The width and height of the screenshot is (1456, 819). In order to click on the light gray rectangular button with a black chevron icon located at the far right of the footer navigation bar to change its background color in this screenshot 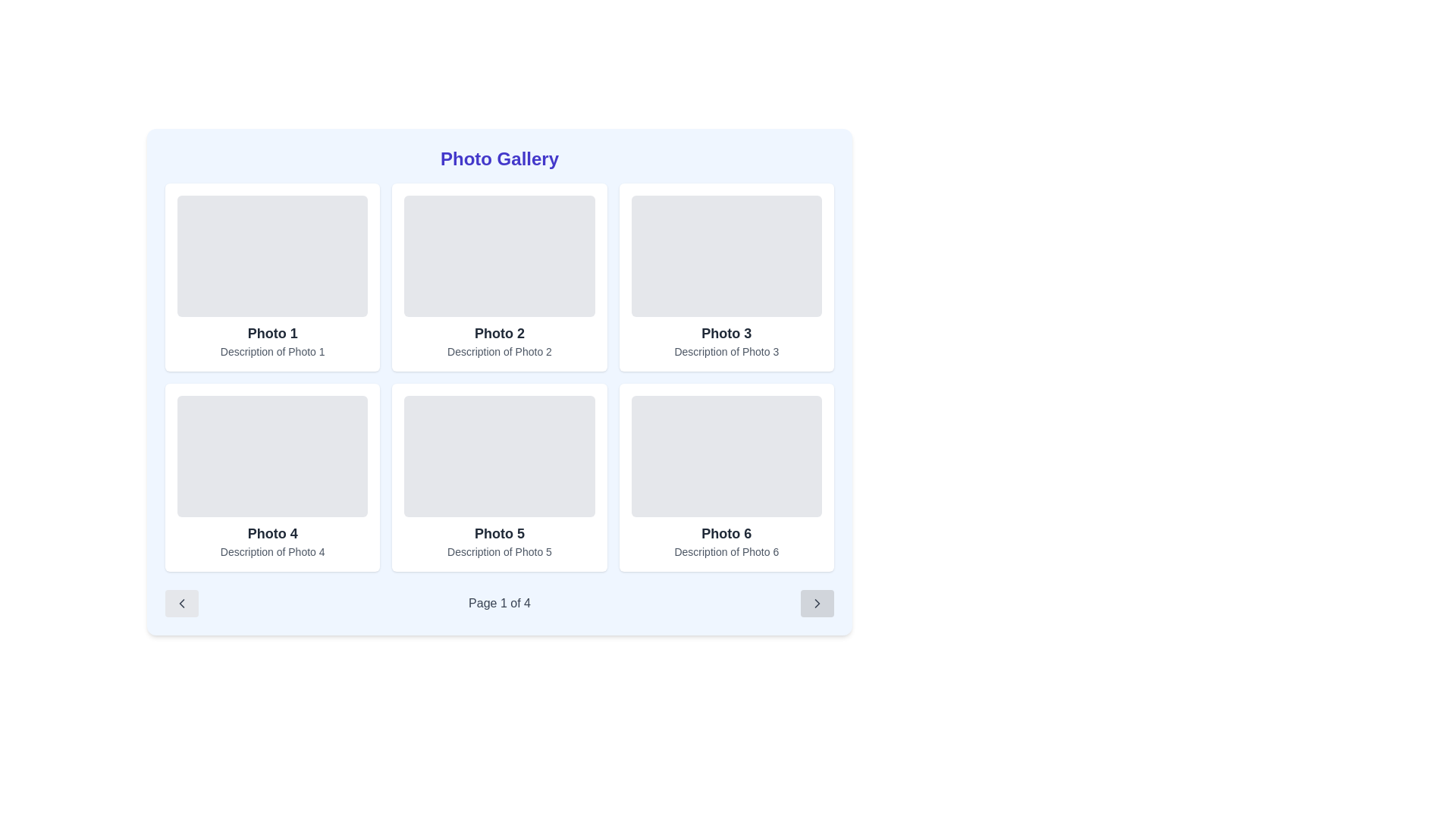, I will do `click(816, 602)`.